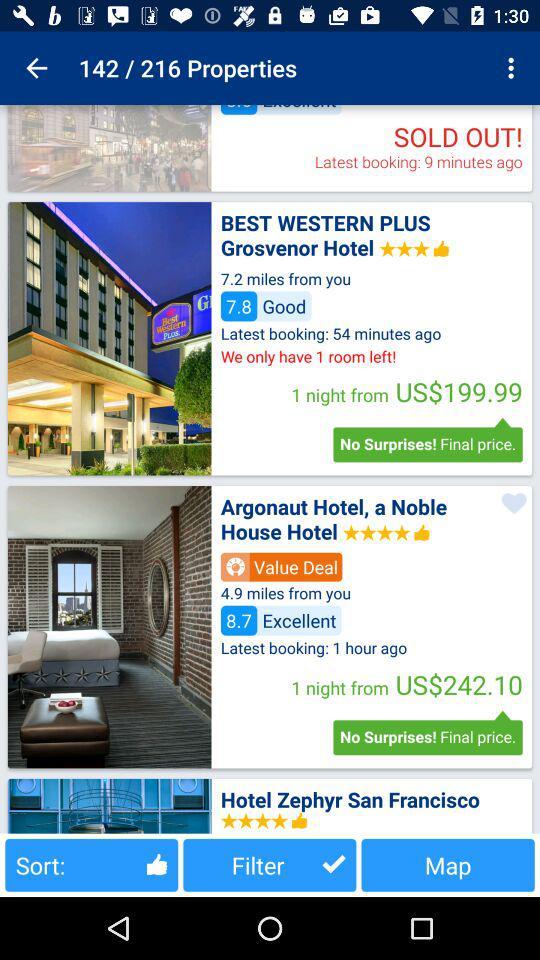  I want to click on sort:  icon, so click(90, 864).